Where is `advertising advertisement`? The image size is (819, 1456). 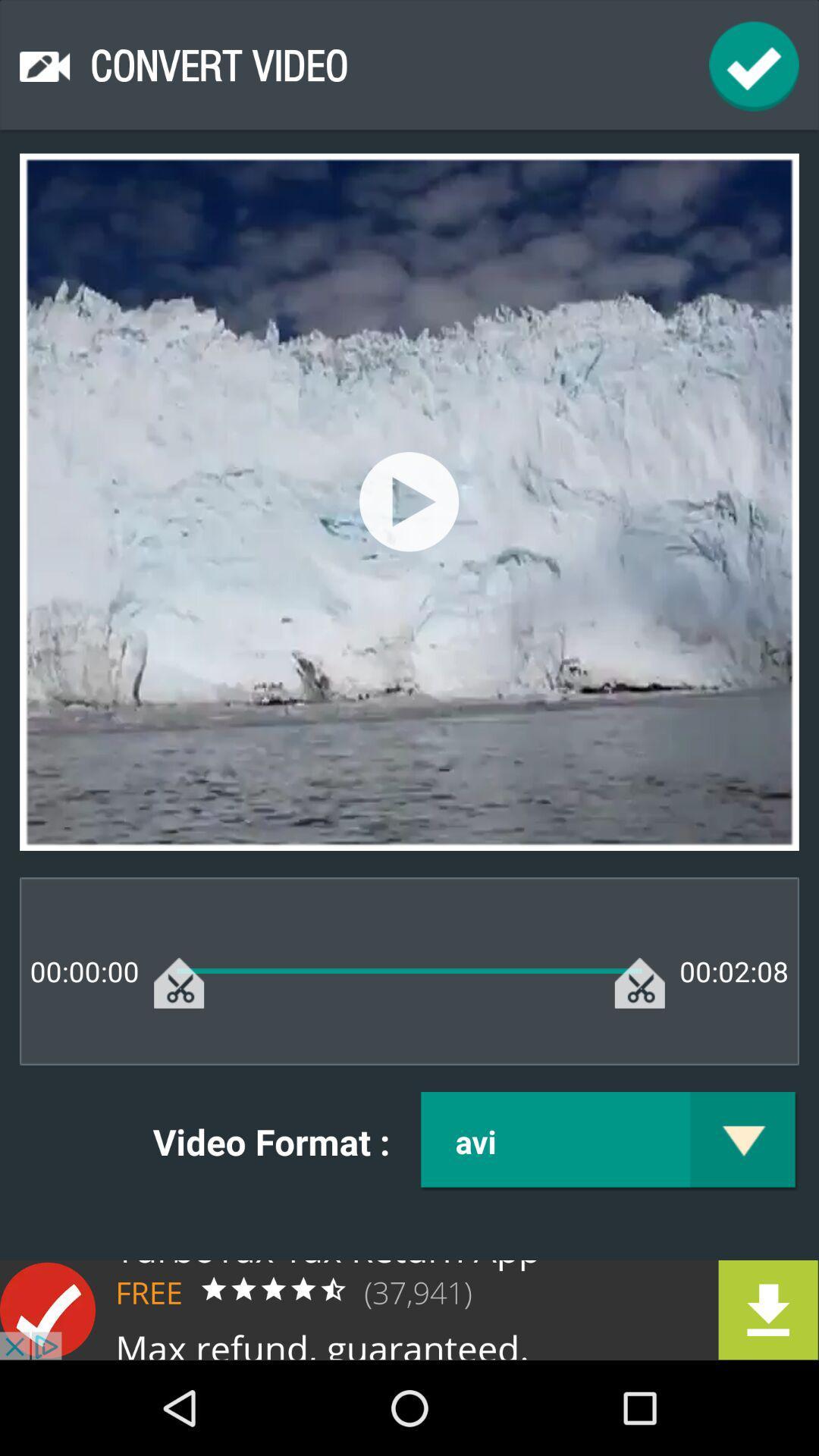
advertising advertisement is located at coordinates (409, 1309).